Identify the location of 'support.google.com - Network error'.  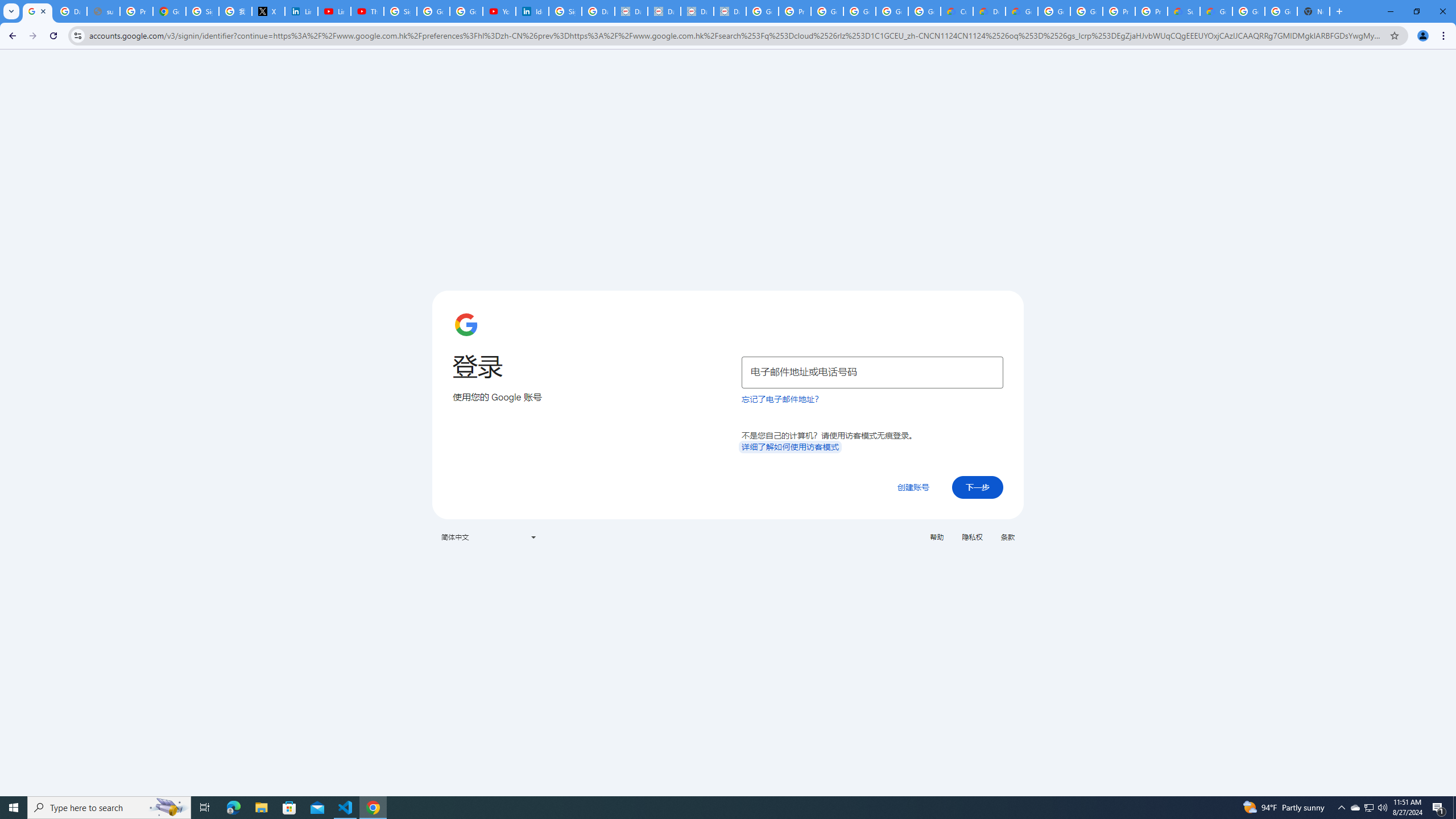
(102, 11).